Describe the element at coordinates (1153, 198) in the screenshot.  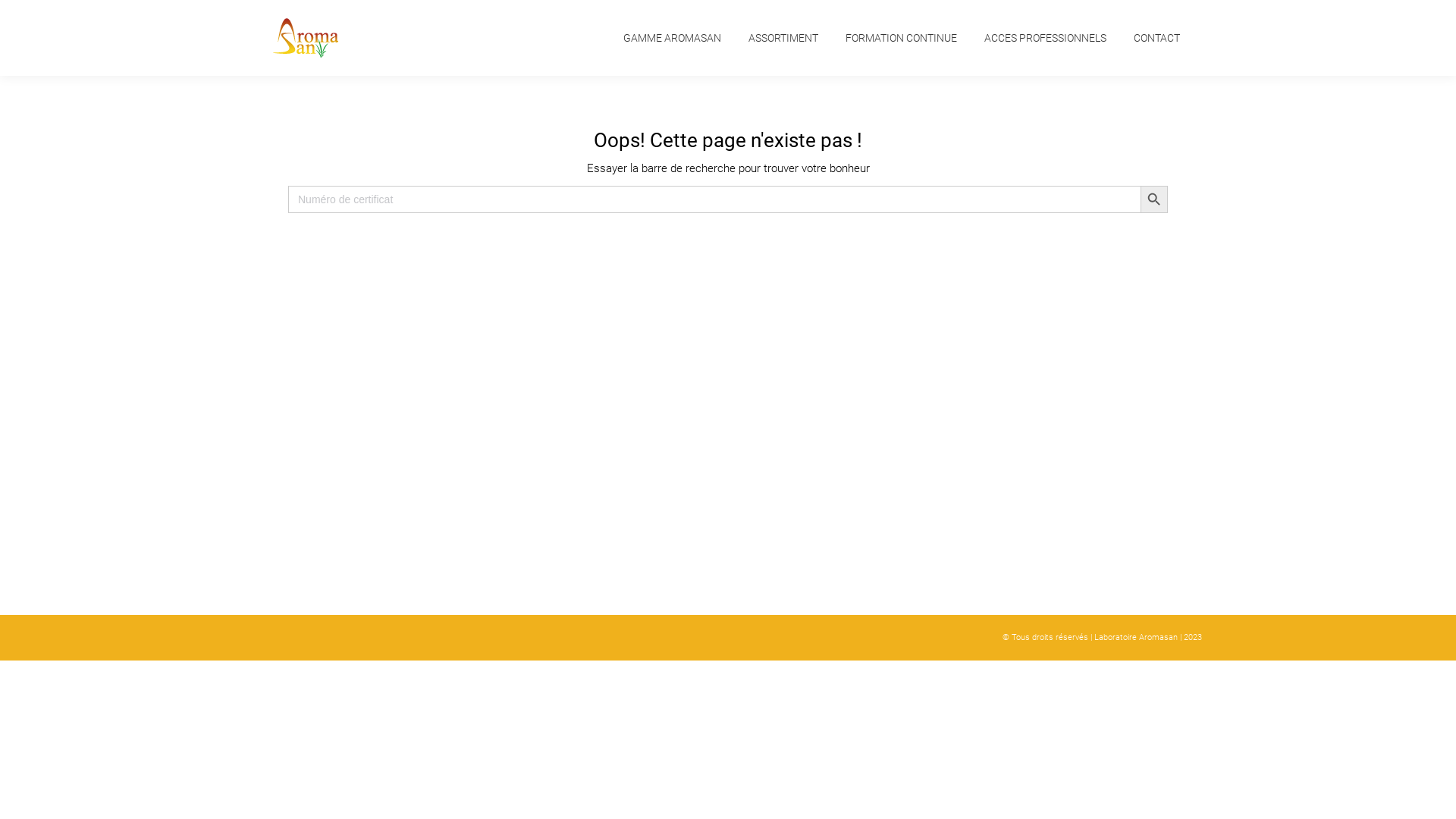
I see `'Search Button'` at that location.